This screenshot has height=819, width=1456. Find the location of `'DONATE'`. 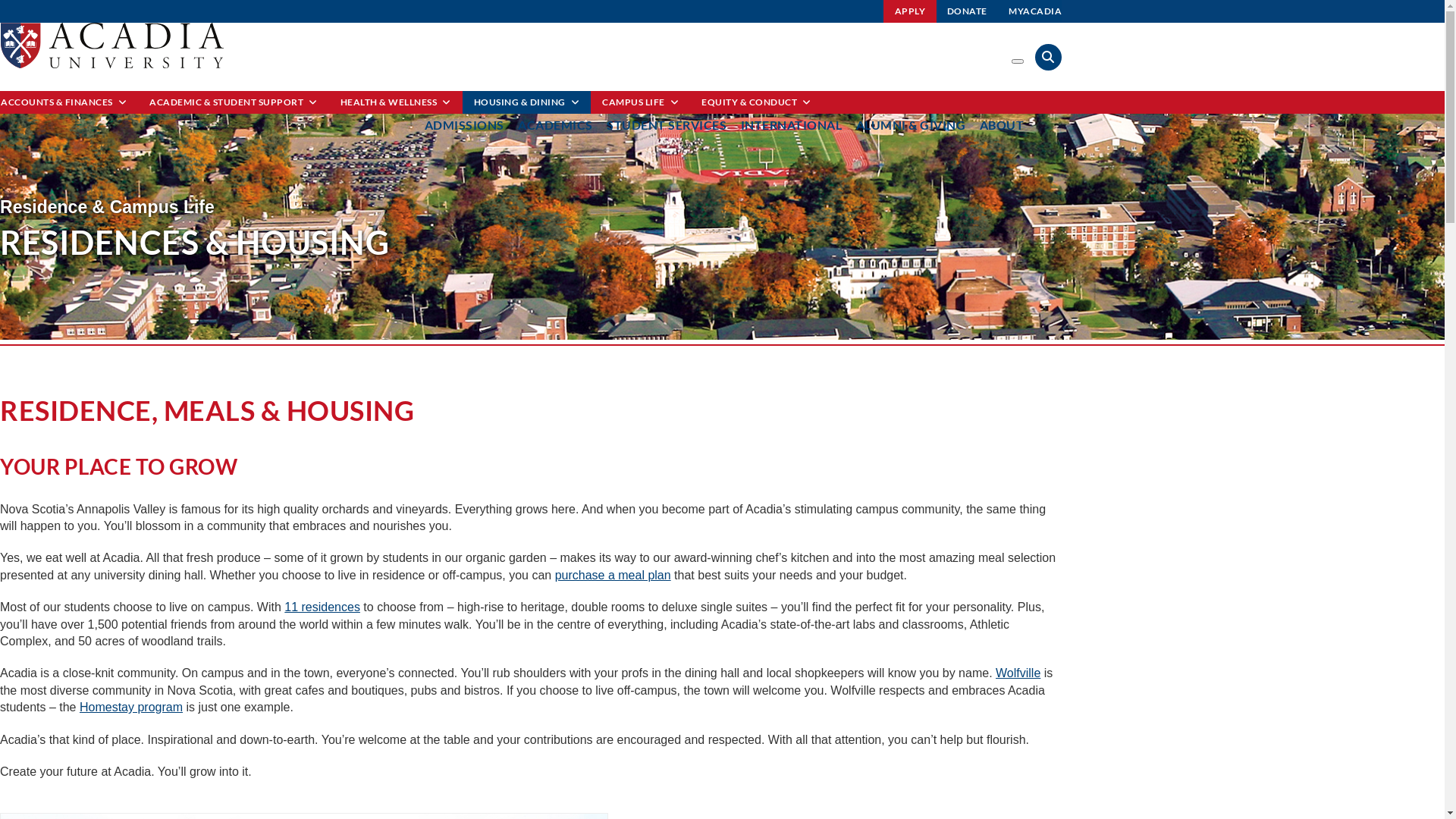

'DONATE' is located at coordinates (966, 11).